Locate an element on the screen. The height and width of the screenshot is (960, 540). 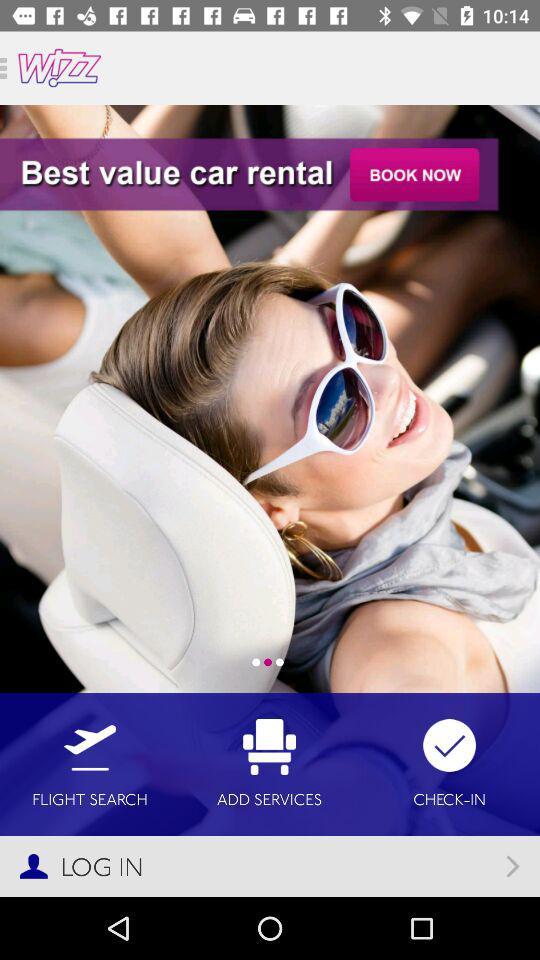
flight search is located at coordinates (89, 763).